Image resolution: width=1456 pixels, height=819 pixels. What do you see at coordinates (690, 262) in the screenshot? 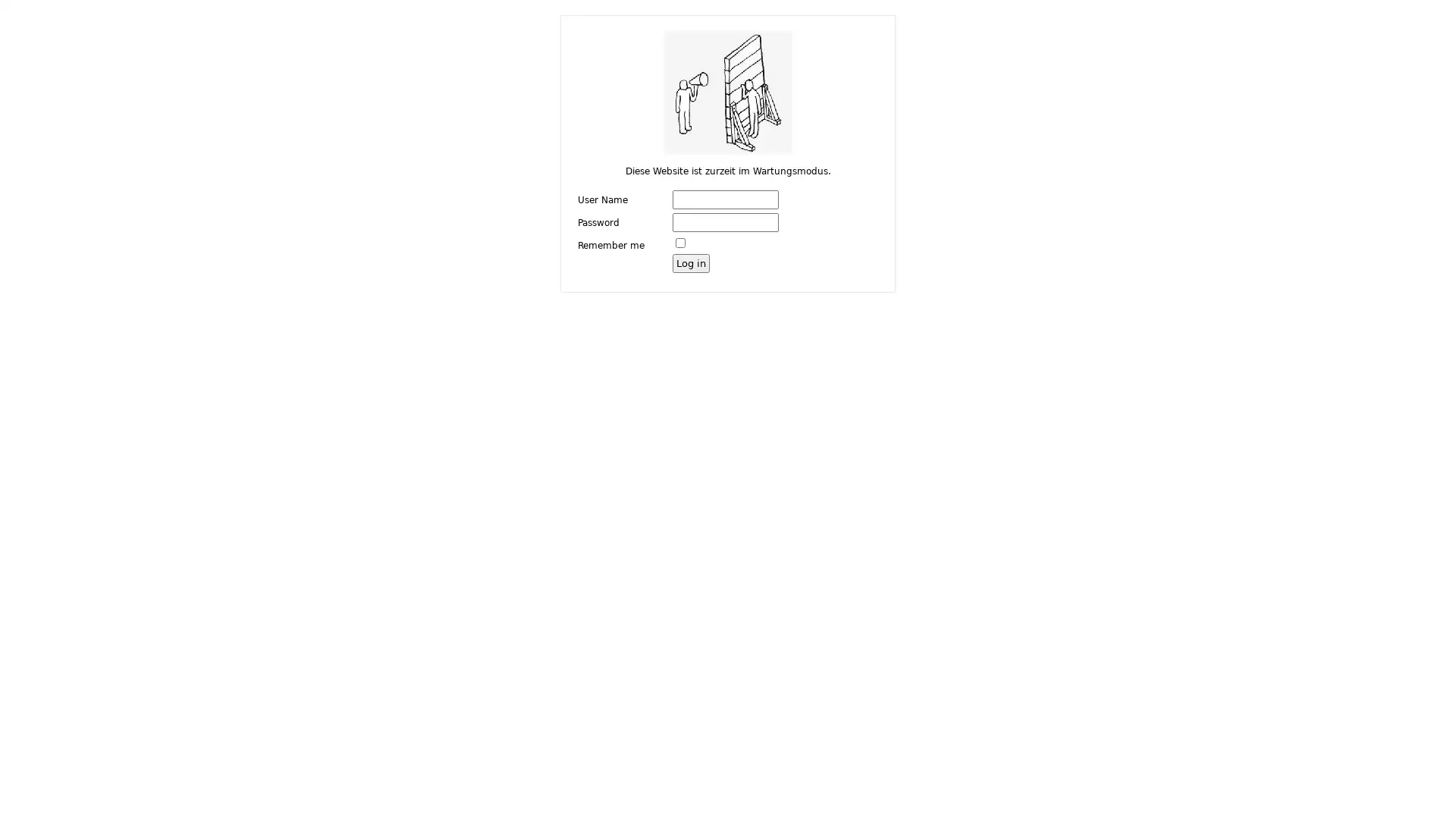
I see `Log in` at bounding box center [690, 262].